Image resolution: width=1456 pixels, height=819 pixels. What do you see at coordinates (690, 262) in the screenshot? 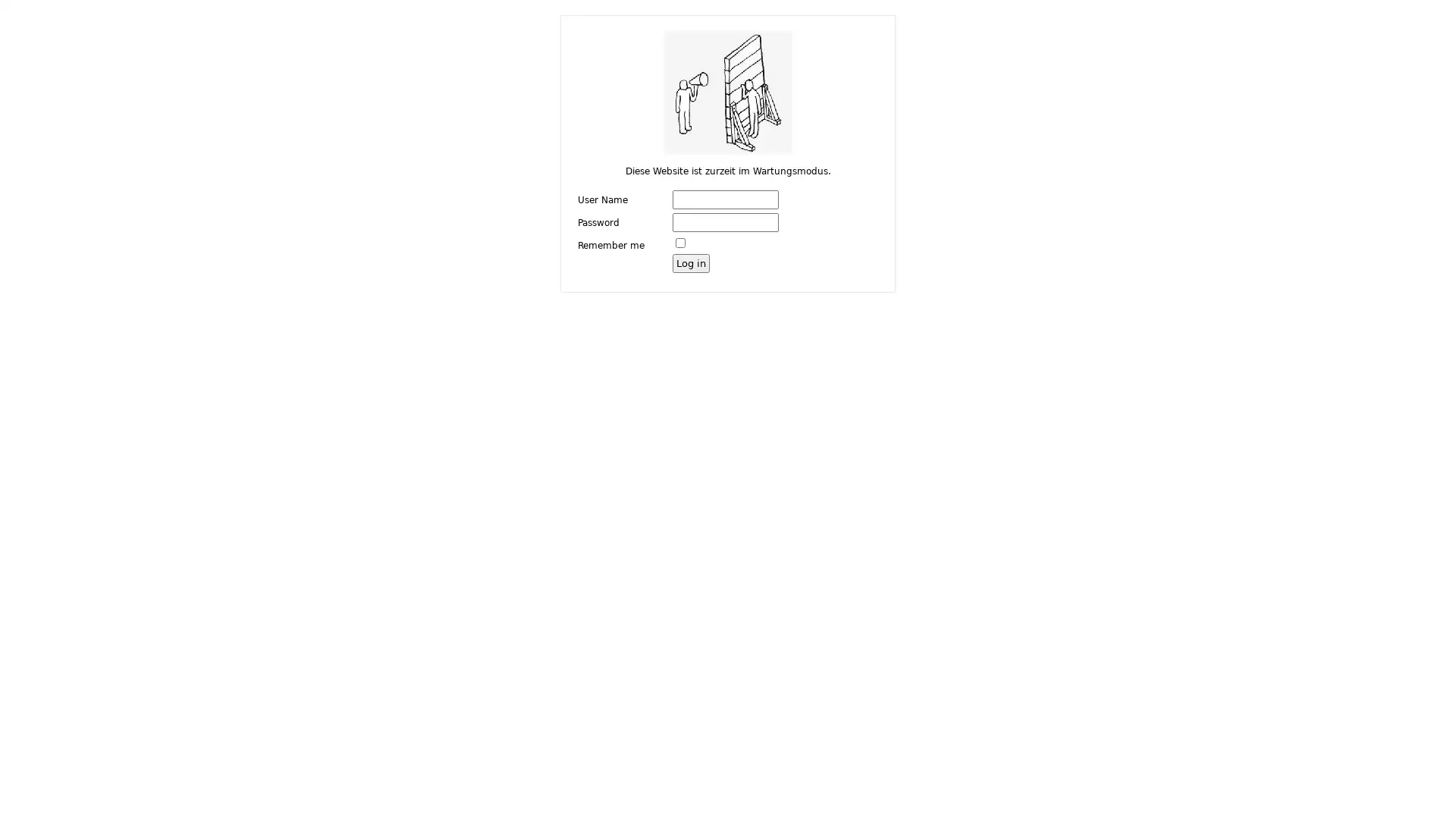
I see `Log in` at bounding box center [690, 262].